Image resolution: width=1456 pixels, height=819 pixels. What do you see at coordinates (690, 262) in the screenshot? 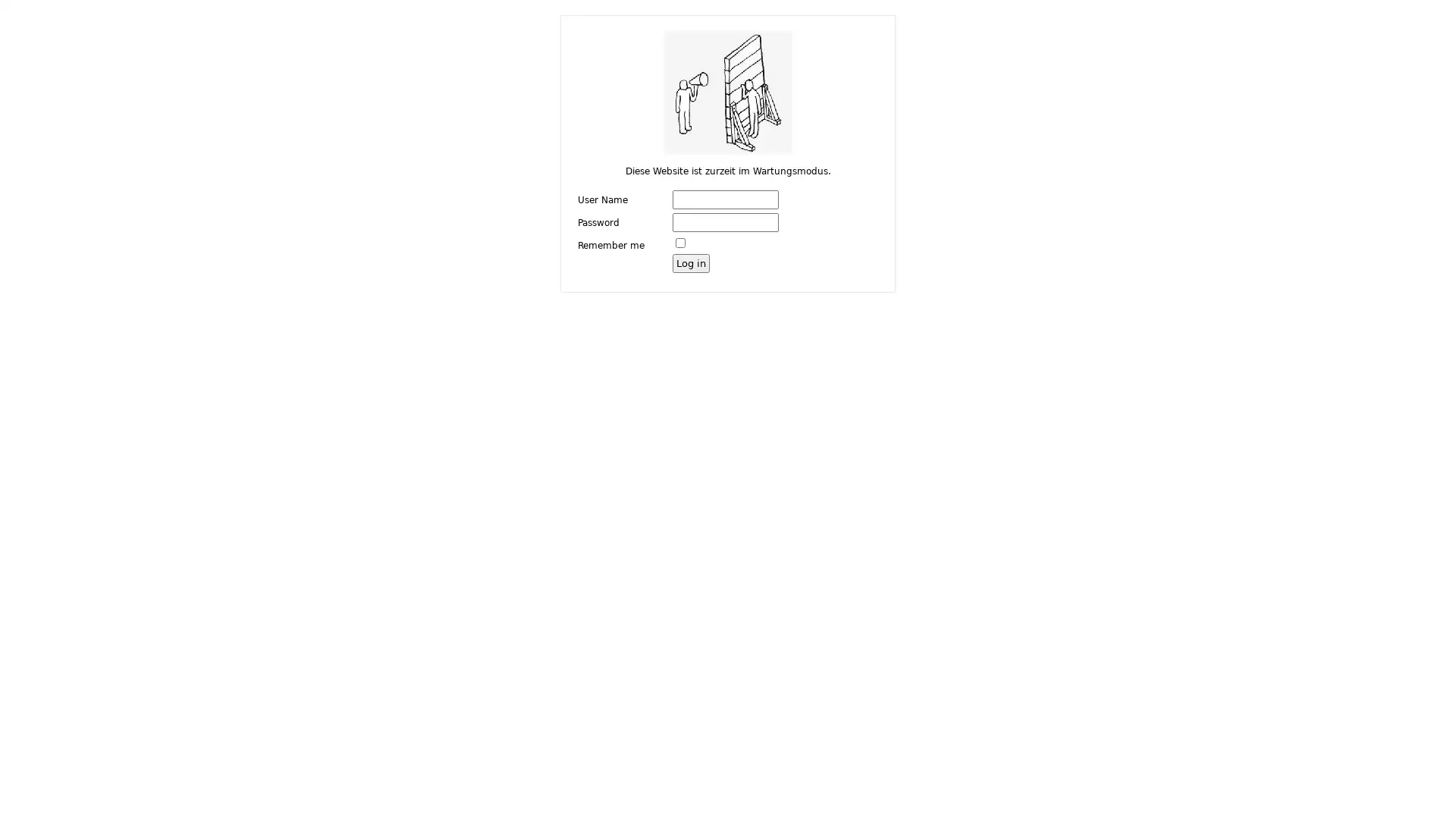
I see `Log in` at bounding box center [690, 262].